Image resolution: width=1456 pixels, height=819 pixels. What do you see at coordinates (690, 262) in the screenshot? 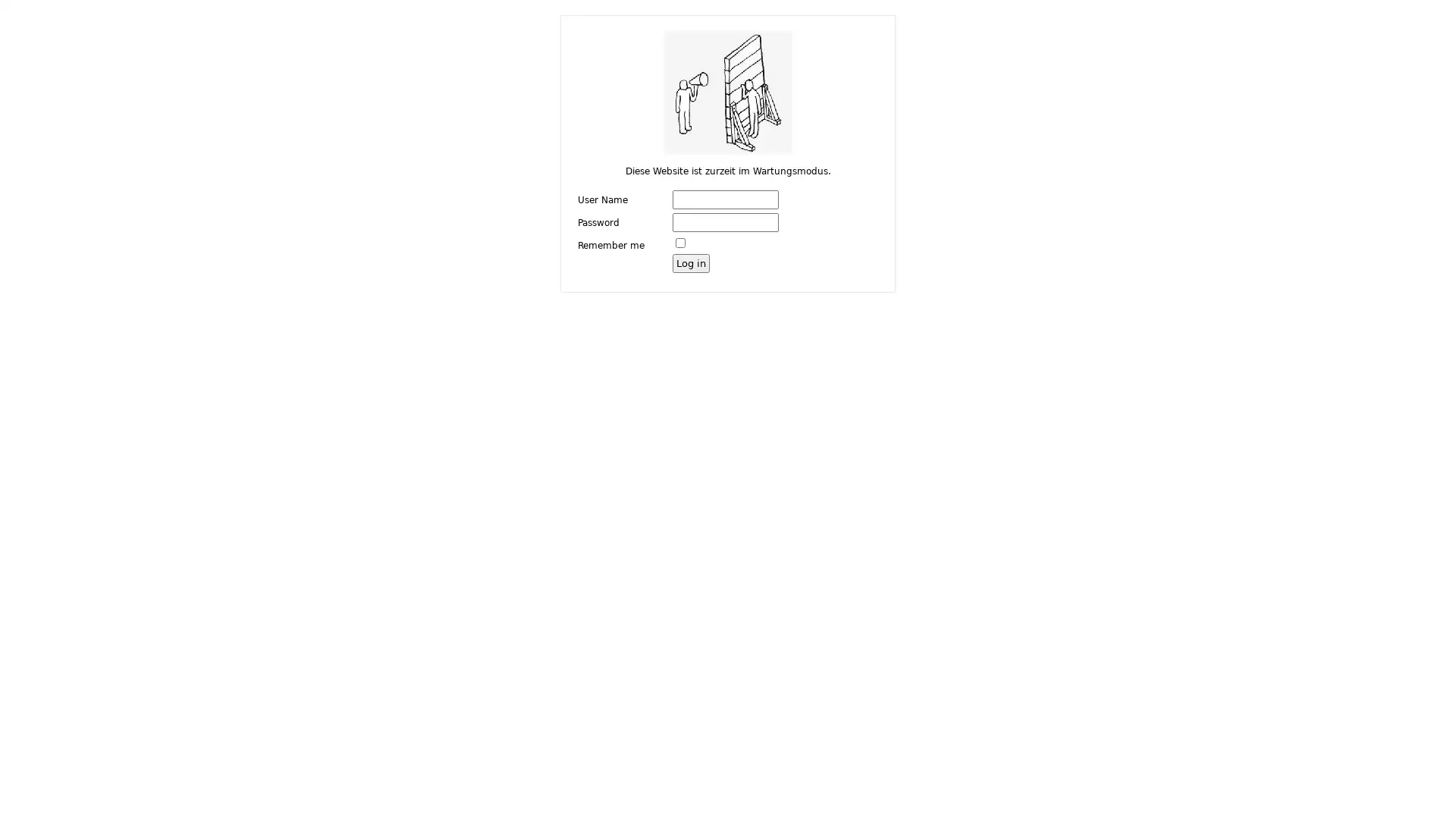
I see `Log in` at bounding box center [690, 262].